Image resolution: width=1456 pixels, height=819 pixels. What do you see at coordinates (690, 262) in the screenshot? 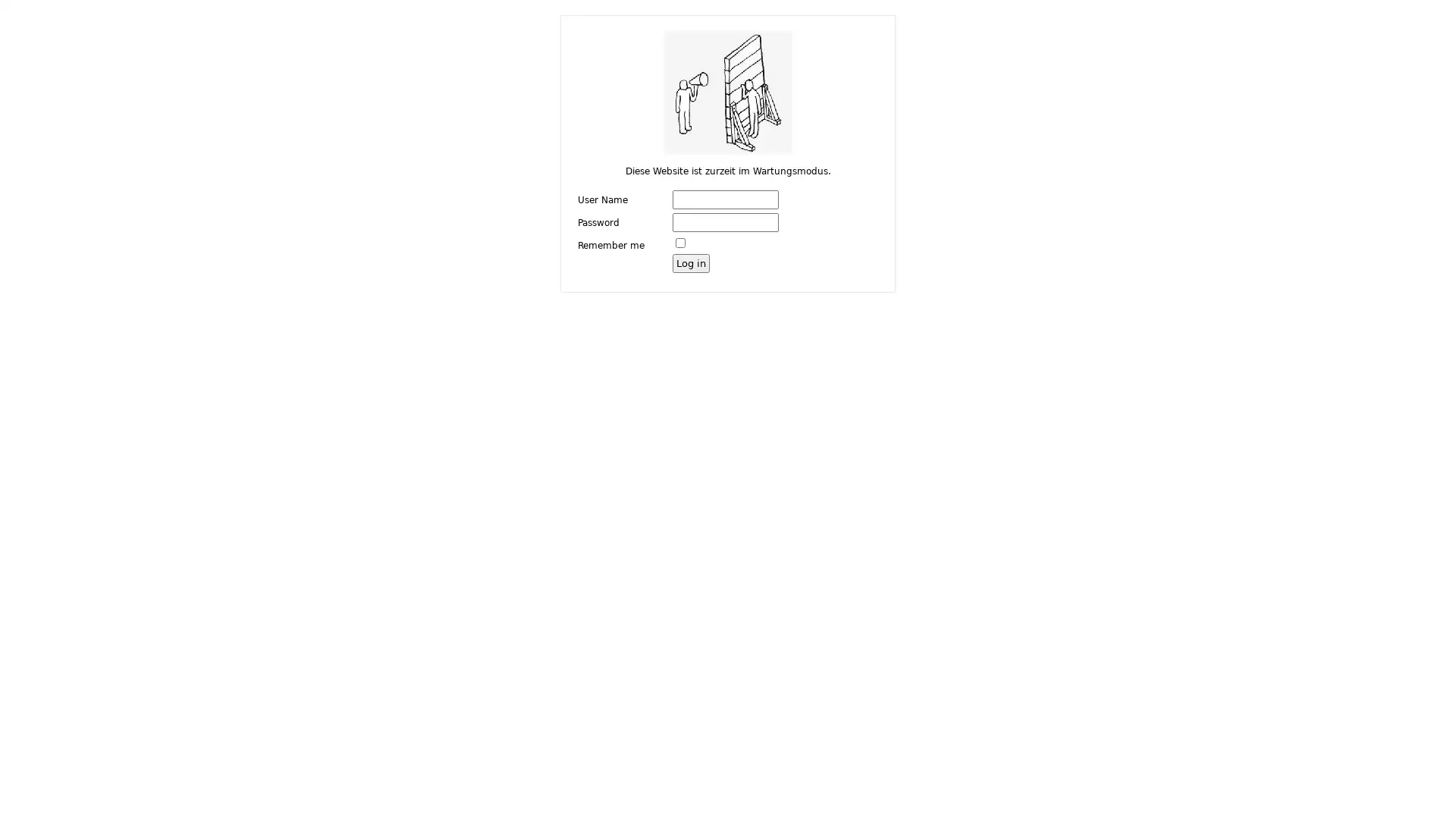
I see `Log in` at bounding box center [690, 262].